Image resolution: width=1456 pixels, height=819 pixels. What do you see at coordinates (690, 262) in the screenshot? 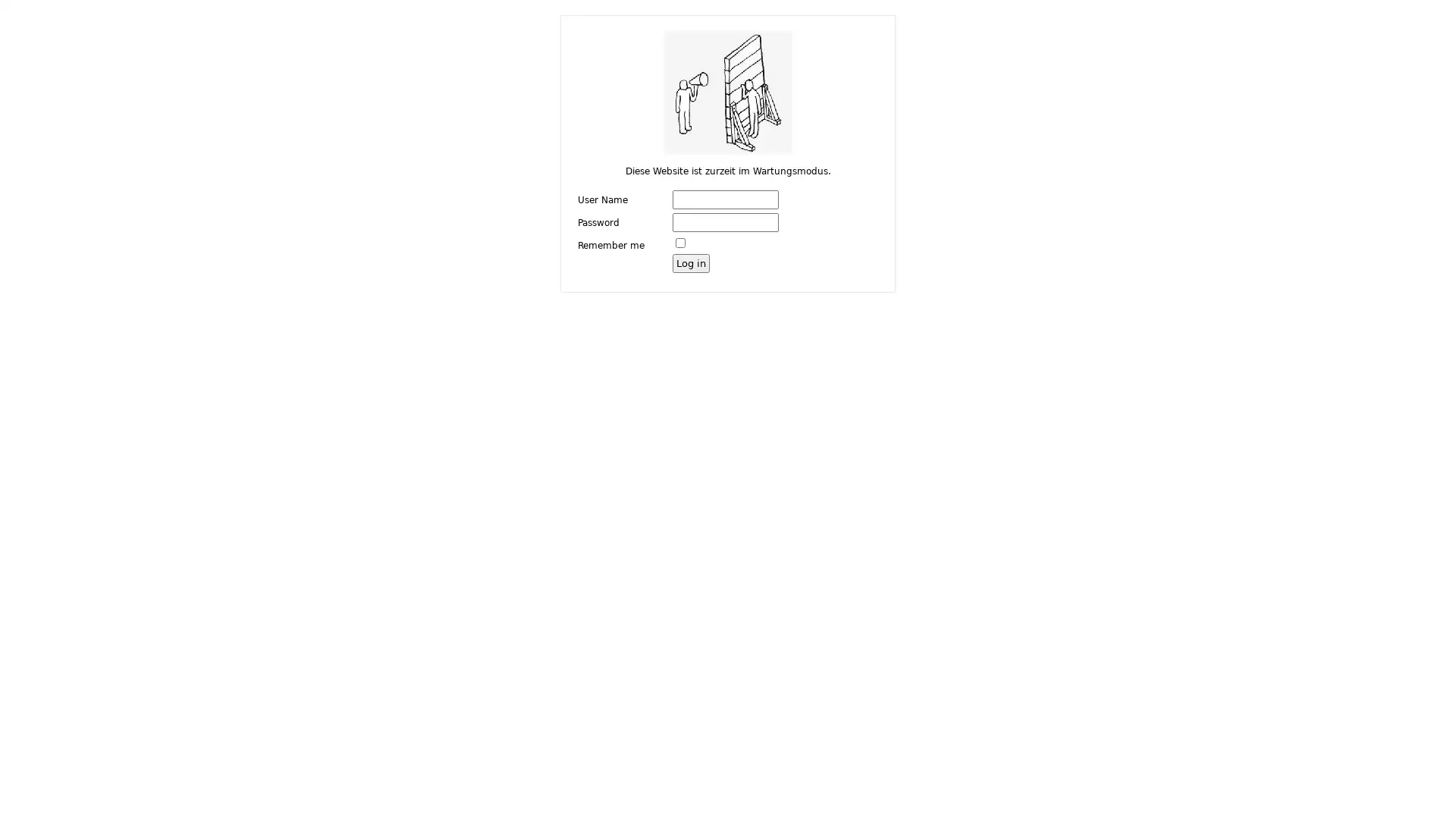
I see `Log in` at bounding box center [690, 262].